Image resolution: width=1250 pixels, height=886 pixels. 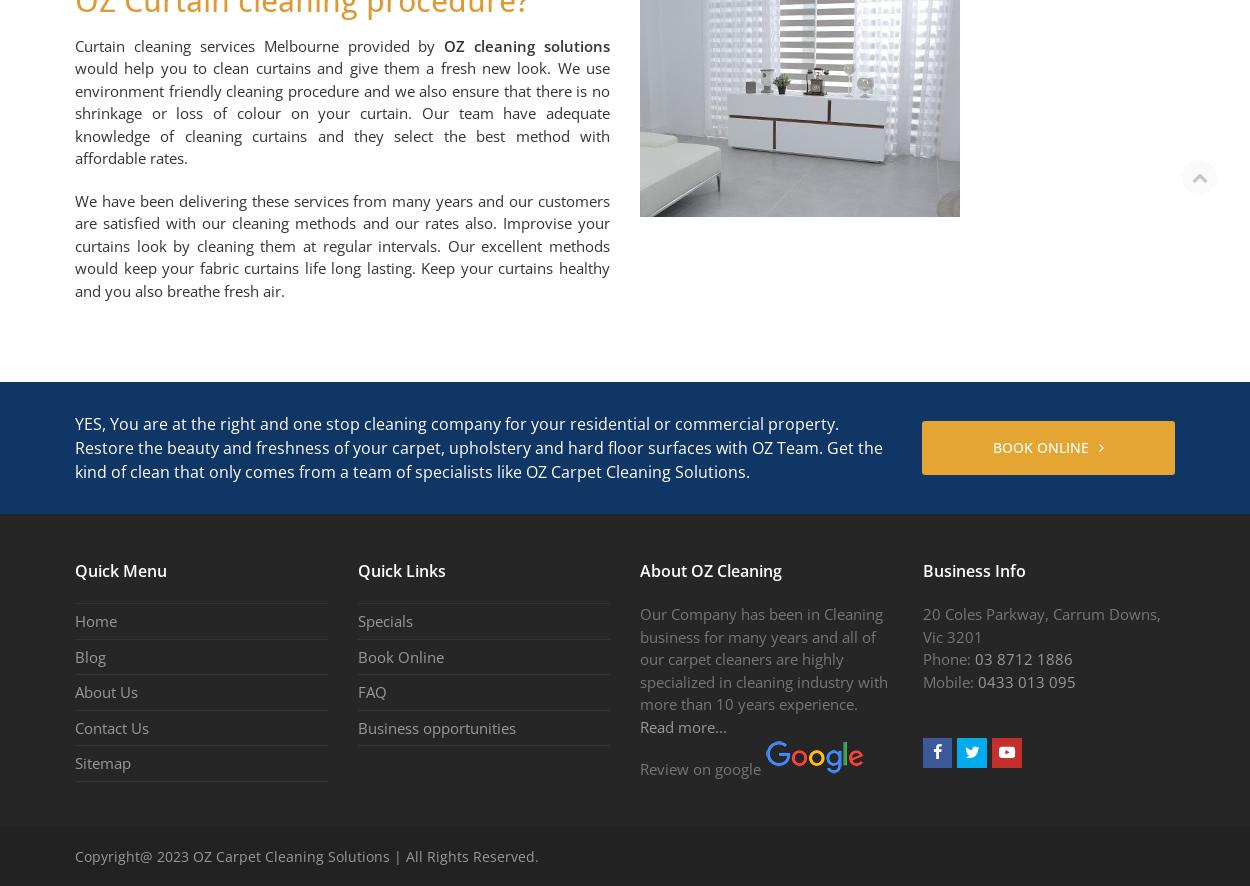 What do you see at coordinates (74, 571) in the screenshot?
I see `'Quick Menu'` at bounding box center [74, 571].